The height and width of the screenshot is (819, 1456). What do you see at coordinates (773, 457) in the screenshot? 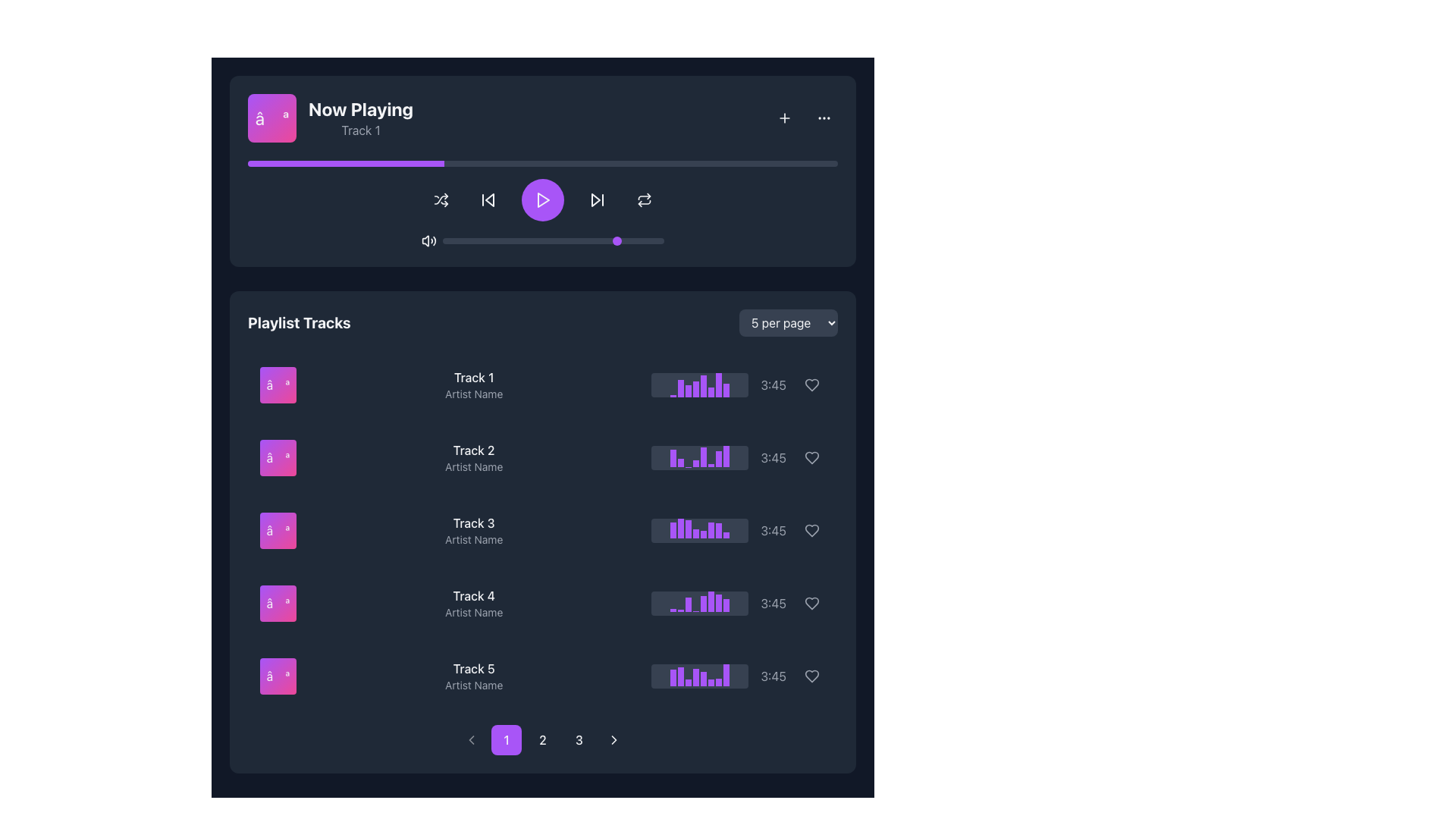
I see `the second '3:45' text label in the playlist, which indicates the duration of Track 2, located next to the graphical sound representation` at bounding box center [773, 457].